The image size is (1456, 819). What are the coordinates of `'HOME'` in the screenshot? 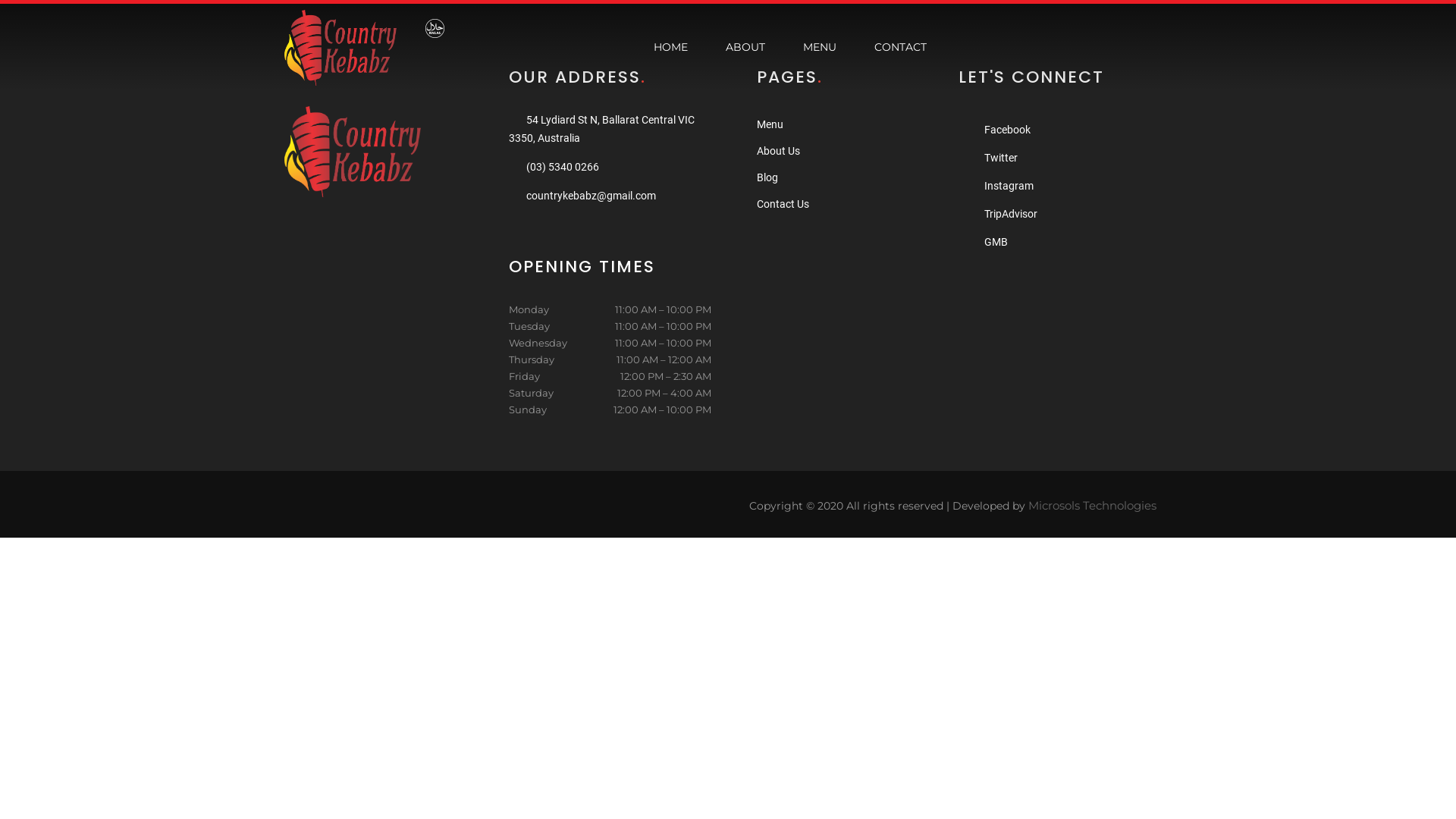 It's located at (670, 46).